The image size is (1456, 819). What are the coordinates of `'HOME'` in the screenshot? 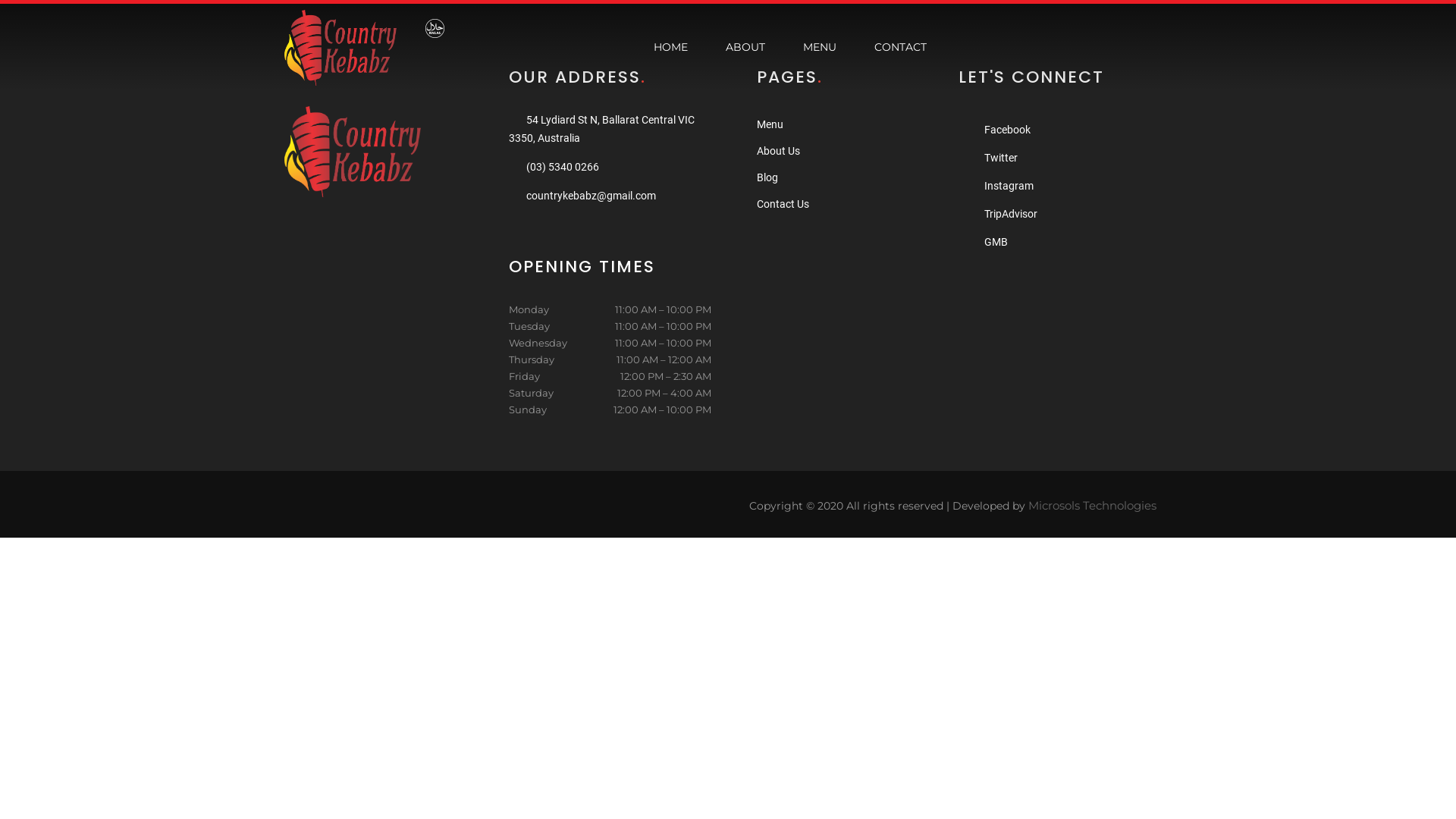 It's located at (670, 46).